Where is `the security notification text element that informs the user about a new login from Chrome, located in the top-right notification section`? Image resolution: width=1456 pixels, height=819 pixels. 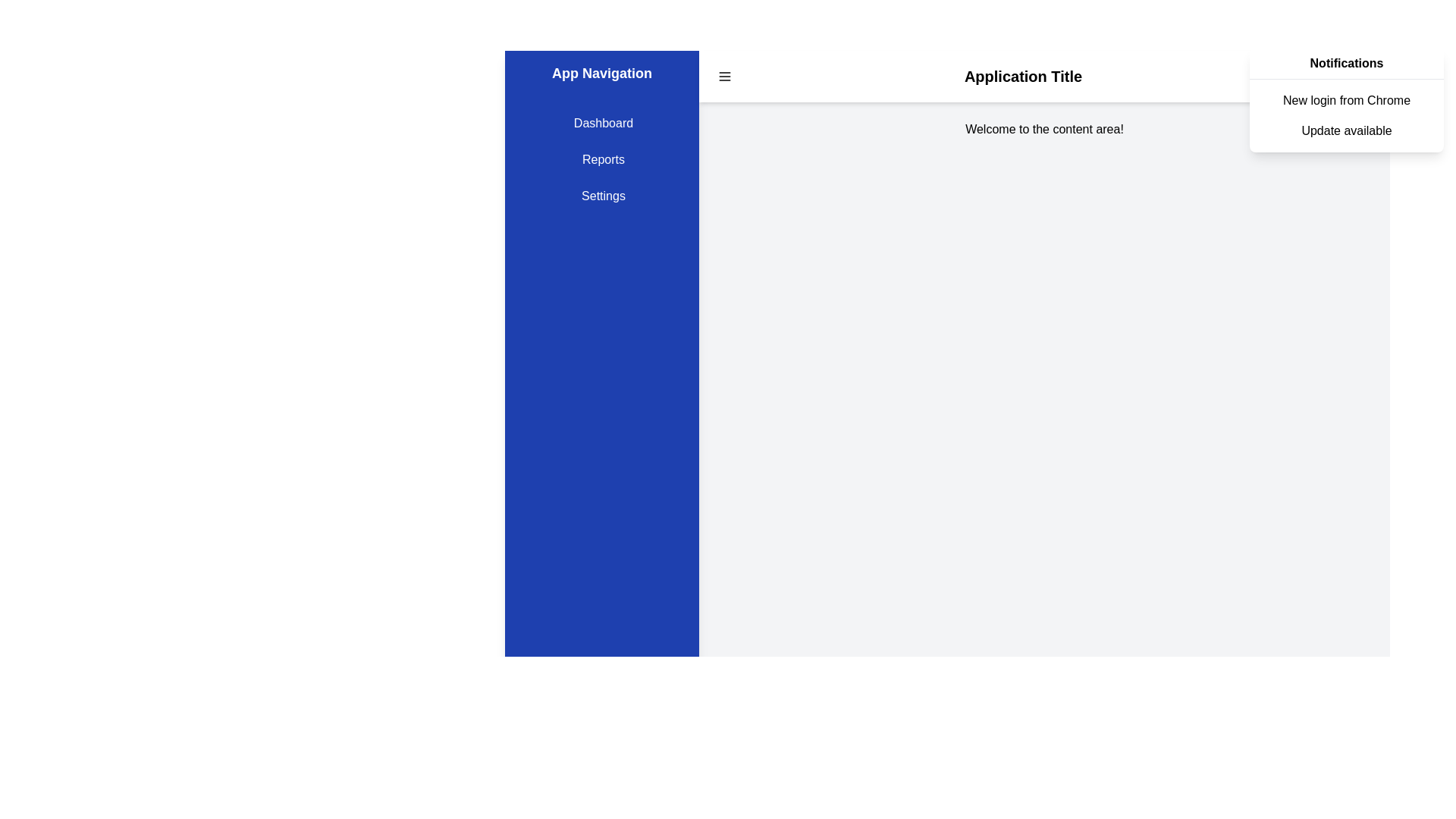 the security notification text element that informs the user about a new login from Chrome, located in the top-right notification section is located at coordinates (1347, 100).